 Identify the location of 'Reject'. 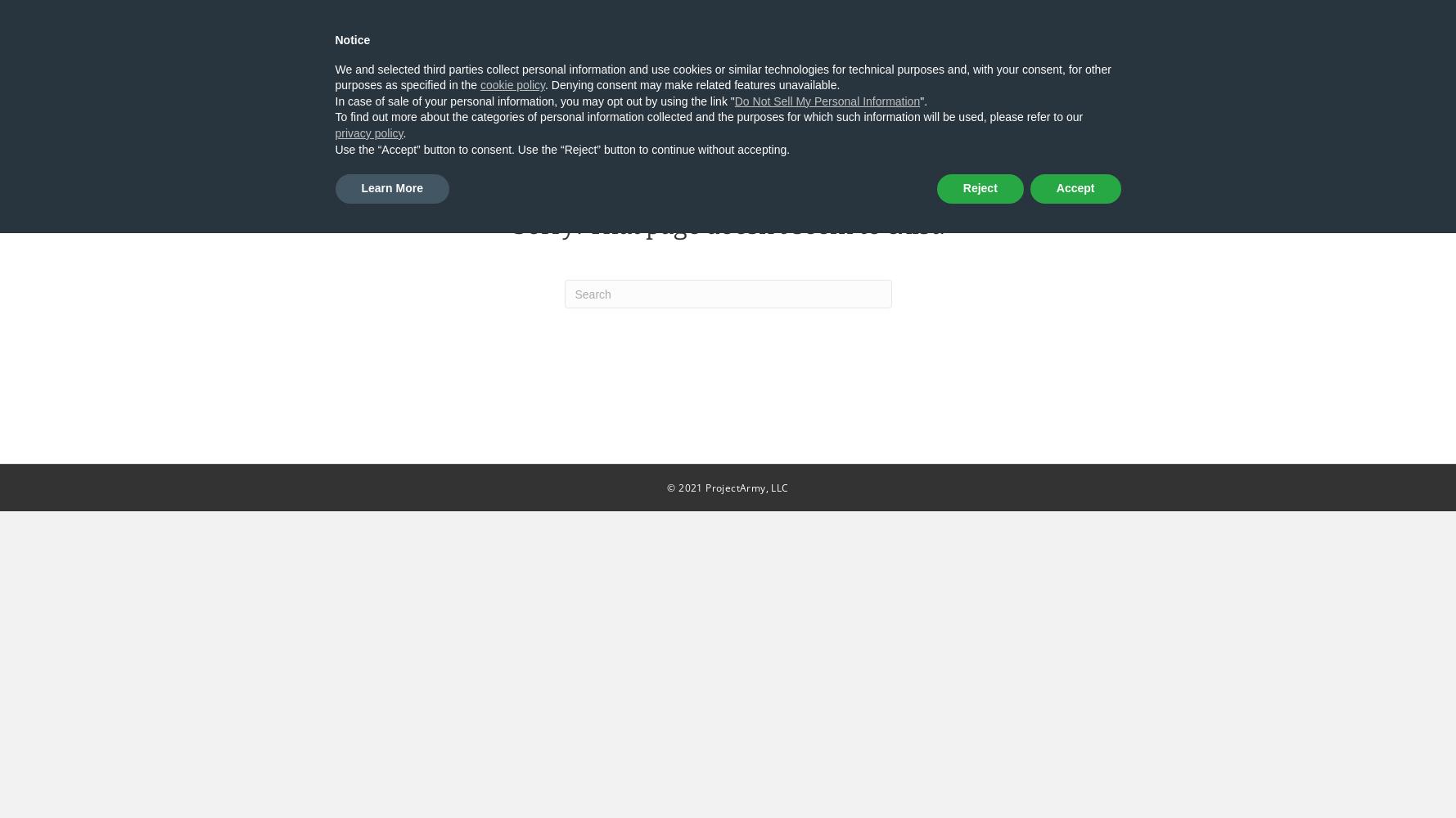
(978, 187).